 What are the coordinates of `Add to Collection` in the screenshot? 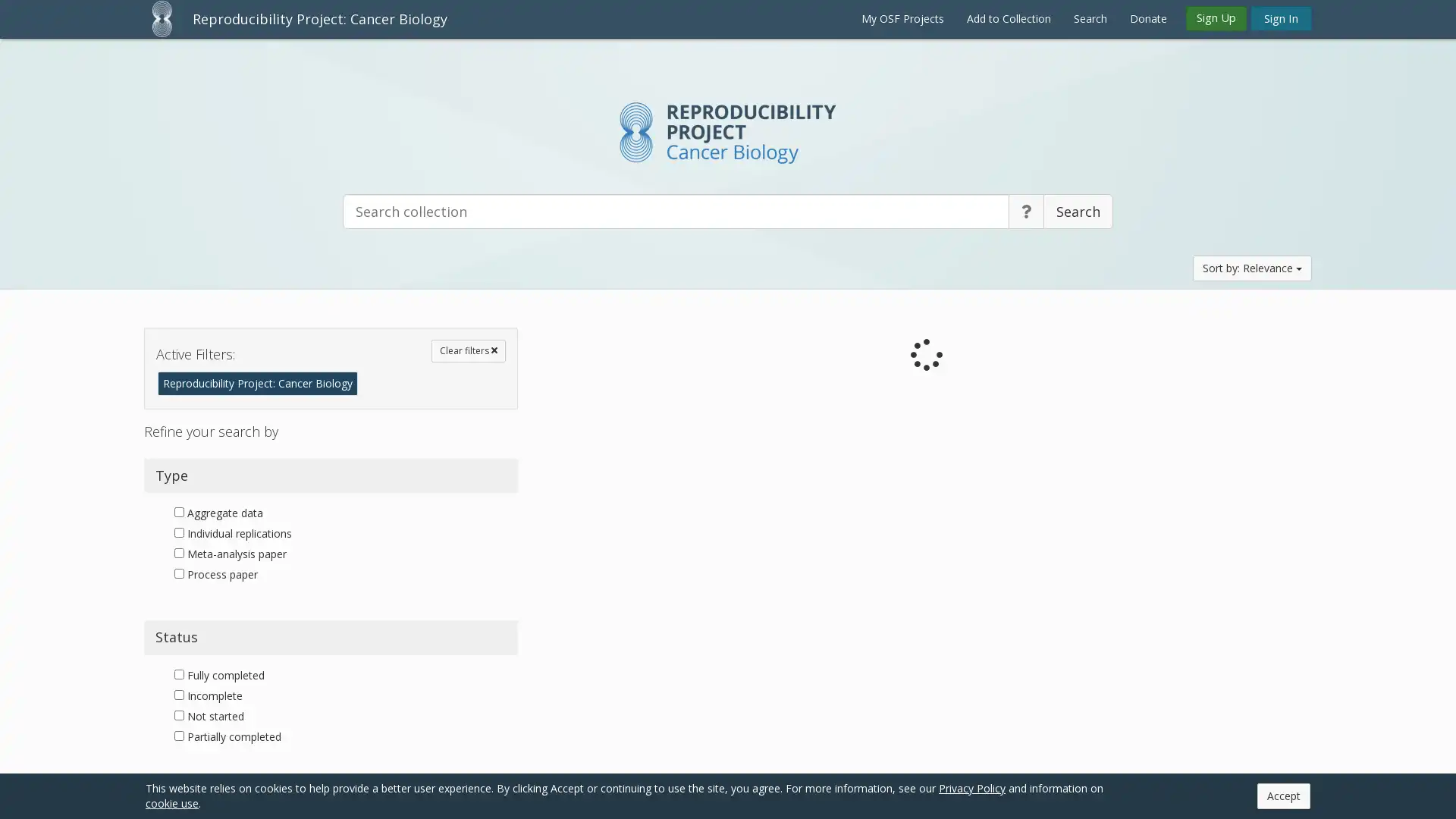 It's located at (1009, 18).